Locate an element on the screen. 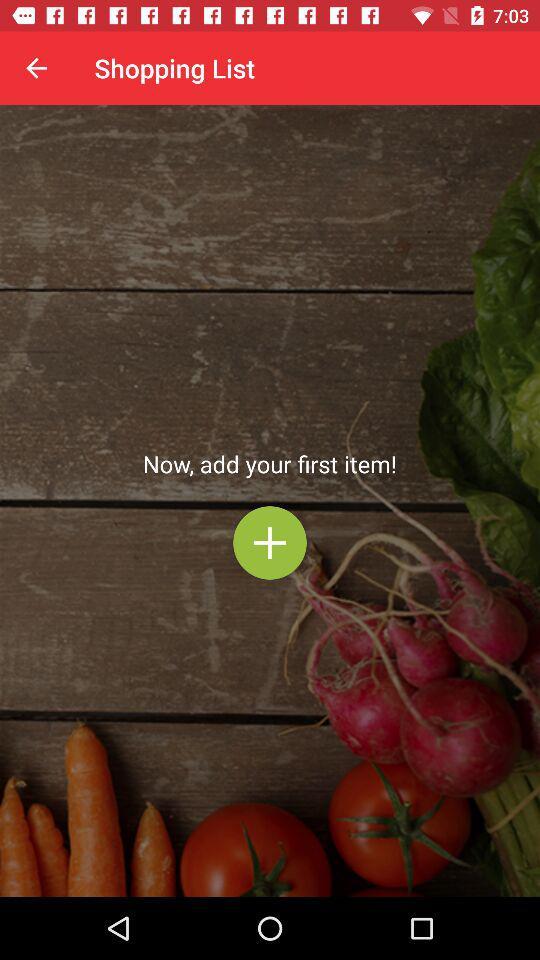 The height and width of the screenshot is (960, 540). the add icon is located at coordinates (270, 542).